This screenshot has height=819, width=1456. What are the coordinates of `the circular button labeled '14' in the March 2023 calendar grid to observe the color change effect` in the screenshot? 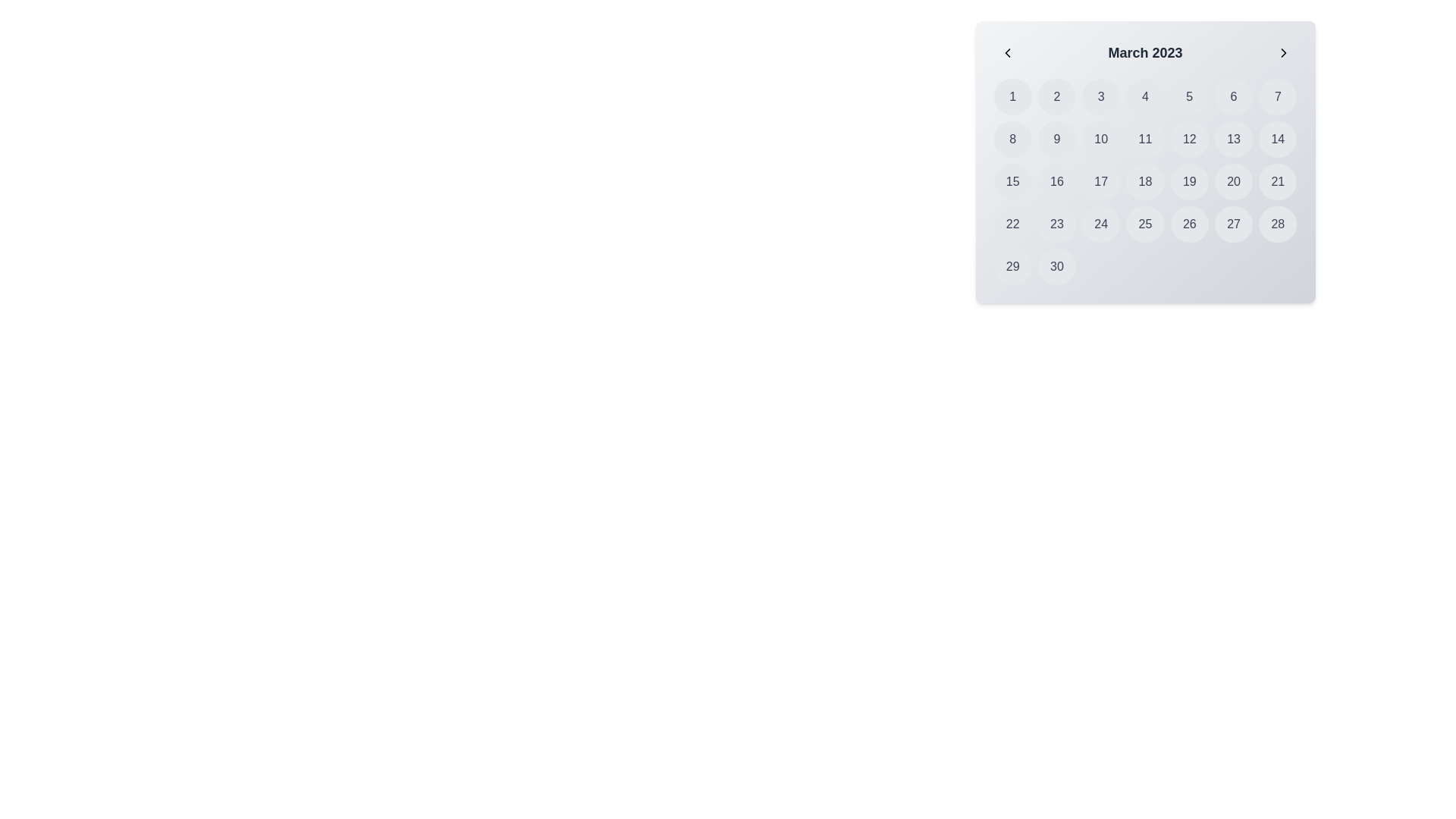 It's located at (1277, 140).